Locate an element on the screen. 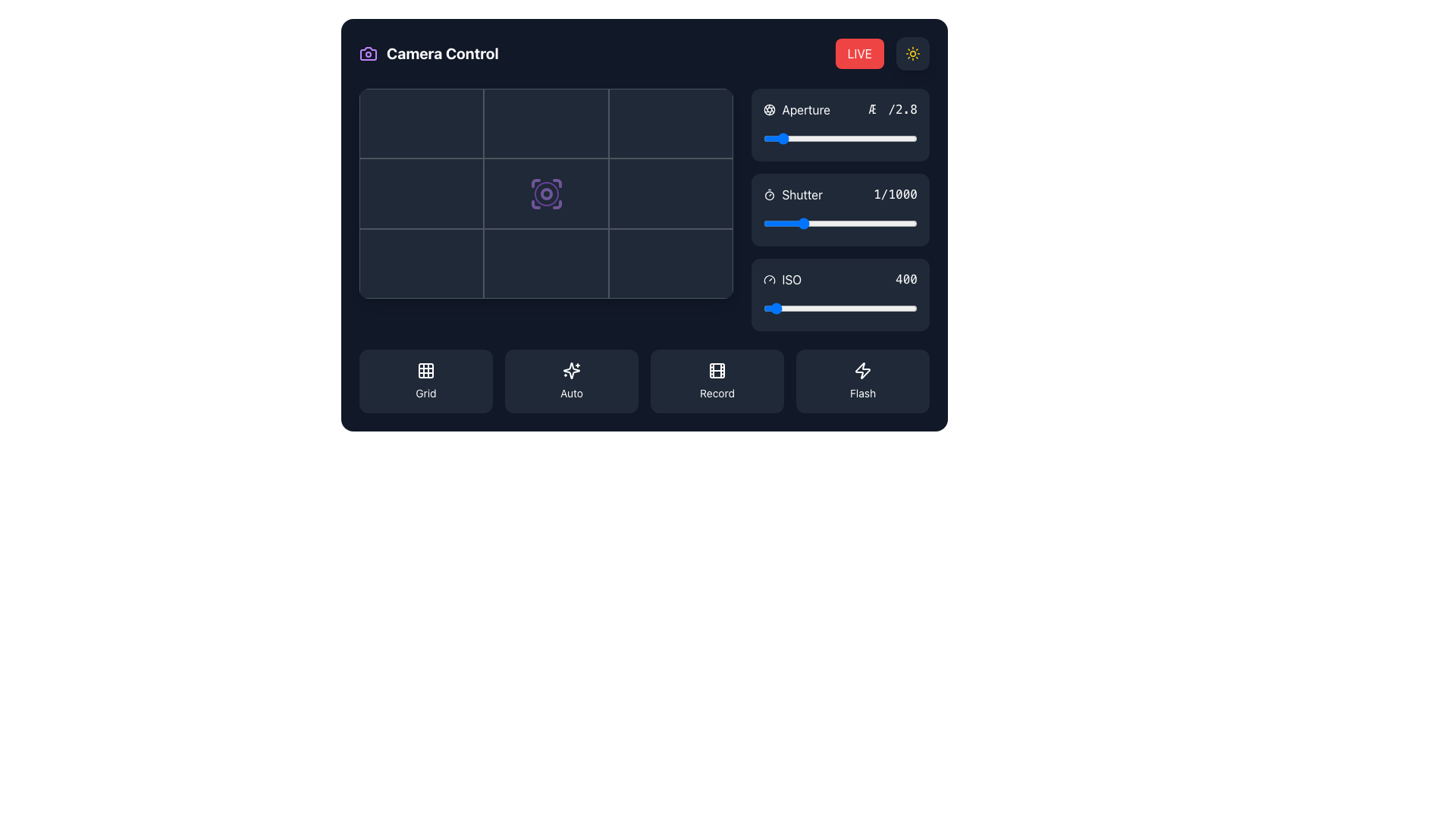 The height and width of the screenshot is (819, 1456). the grid cell located in the top-center of the 'Camera Control' interface, which has a dark gray background and is part of a larger interactive grid layout is located at coordinates (546, 123).